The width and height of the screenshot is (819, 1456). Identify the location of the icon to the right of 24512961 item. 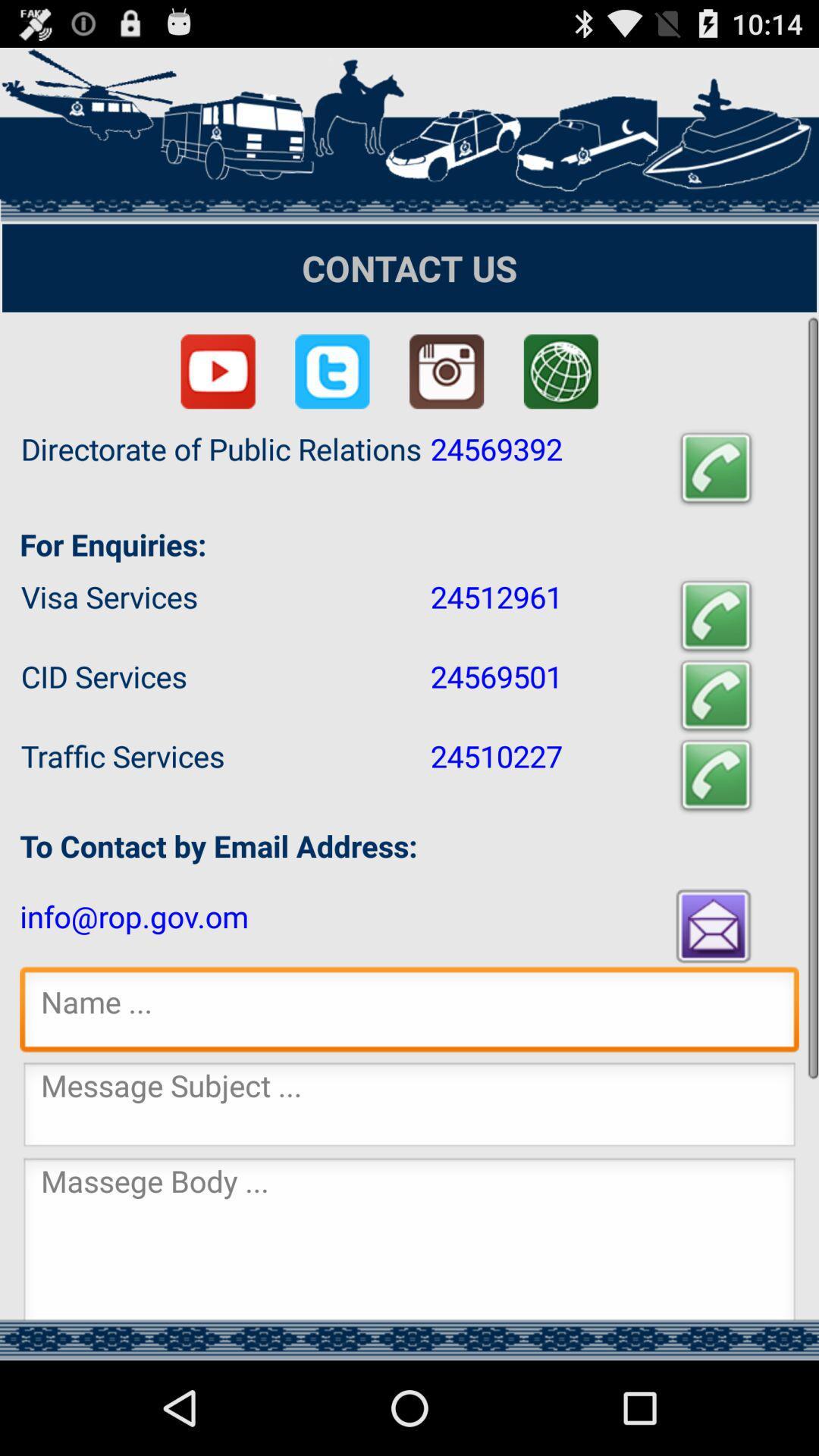
(716, 616).